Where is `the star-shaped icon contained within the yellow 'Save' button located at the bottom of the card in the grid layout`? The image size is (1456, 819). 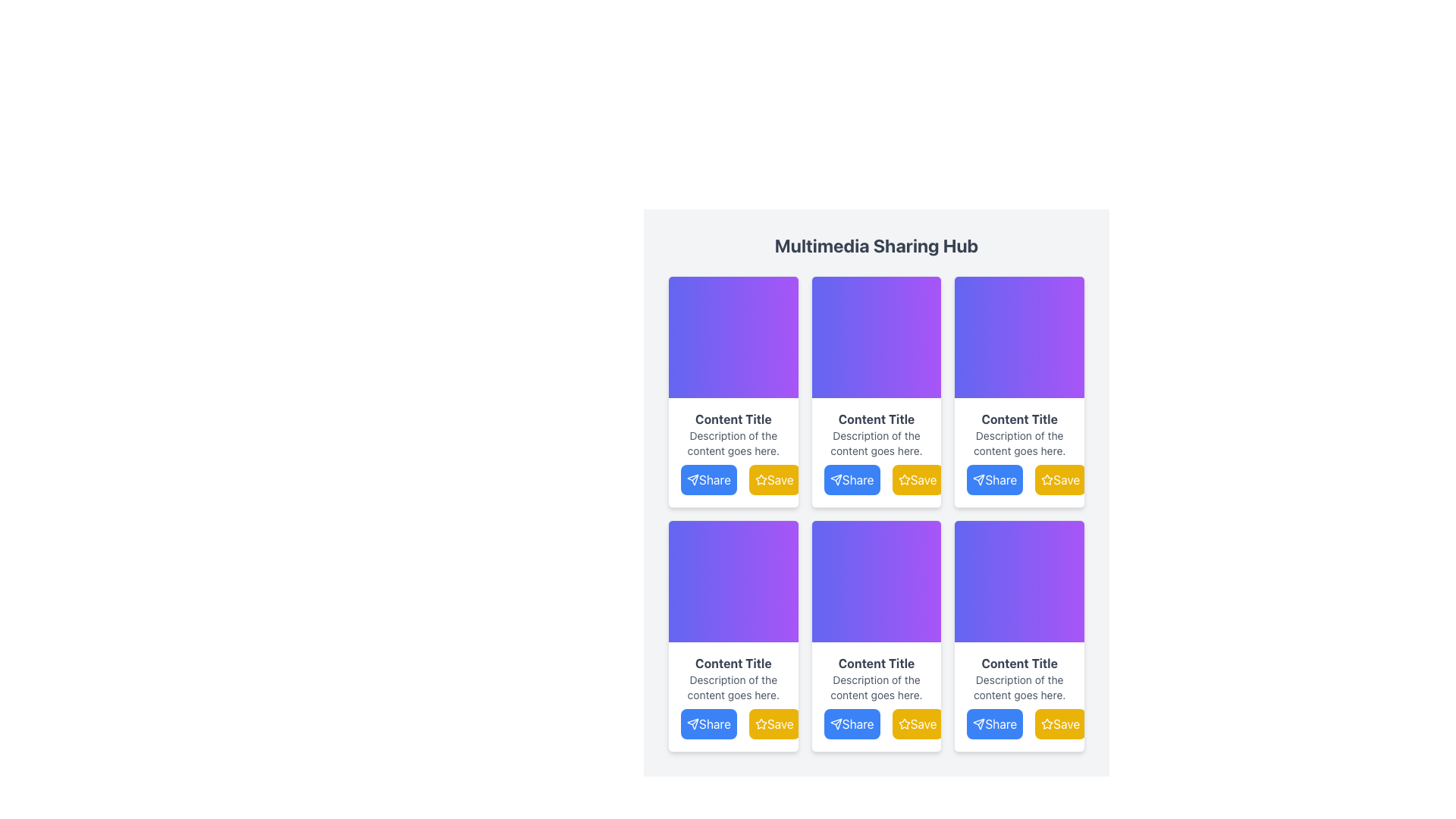 the star-shaped icon contained within the yellow 'Save' button located at the bottom of the card in the grid layout is located at coordinates (904, 723).